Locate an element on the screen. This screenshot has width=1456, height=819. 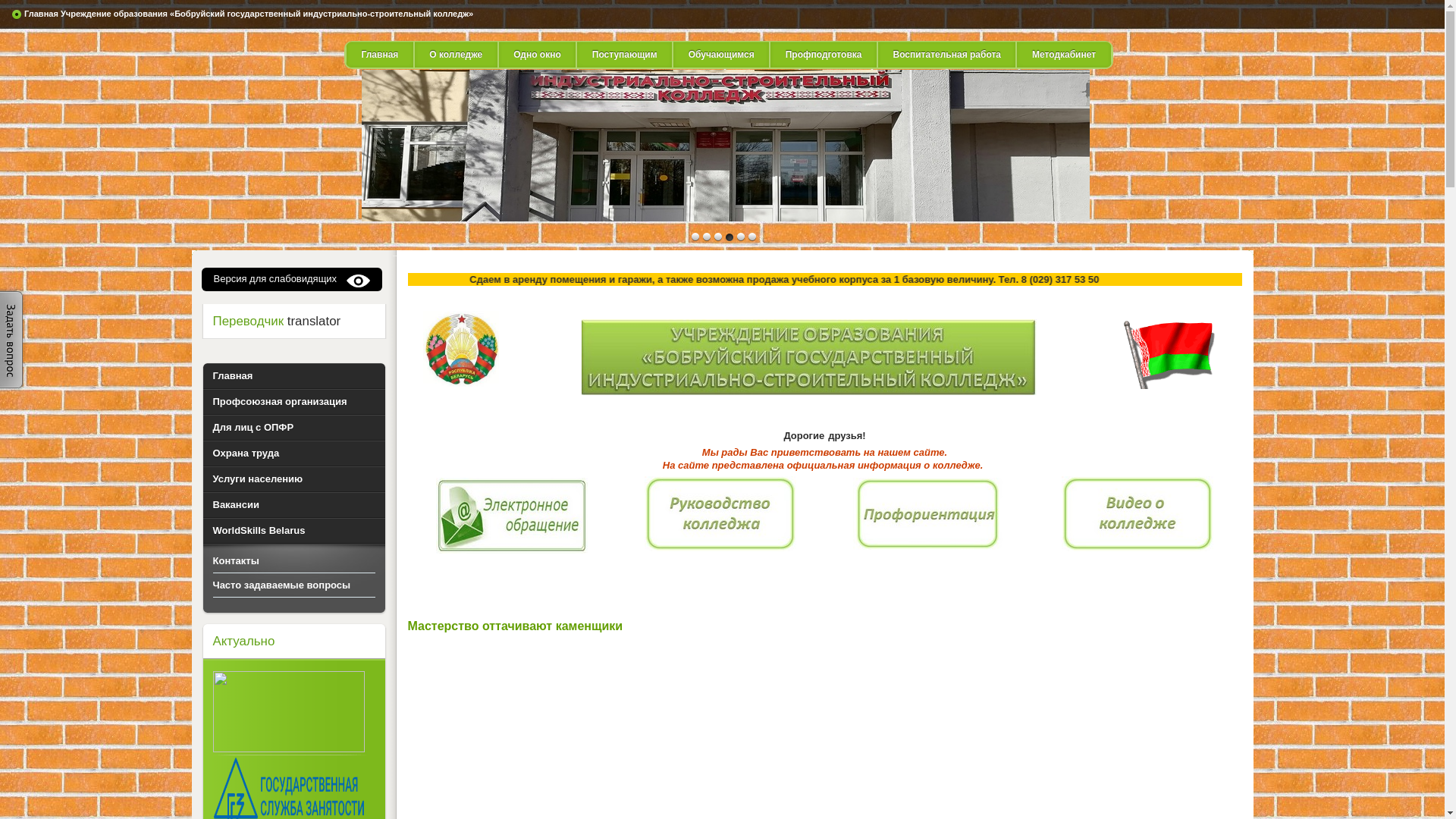
'5' is located at coordinates (751, 237).